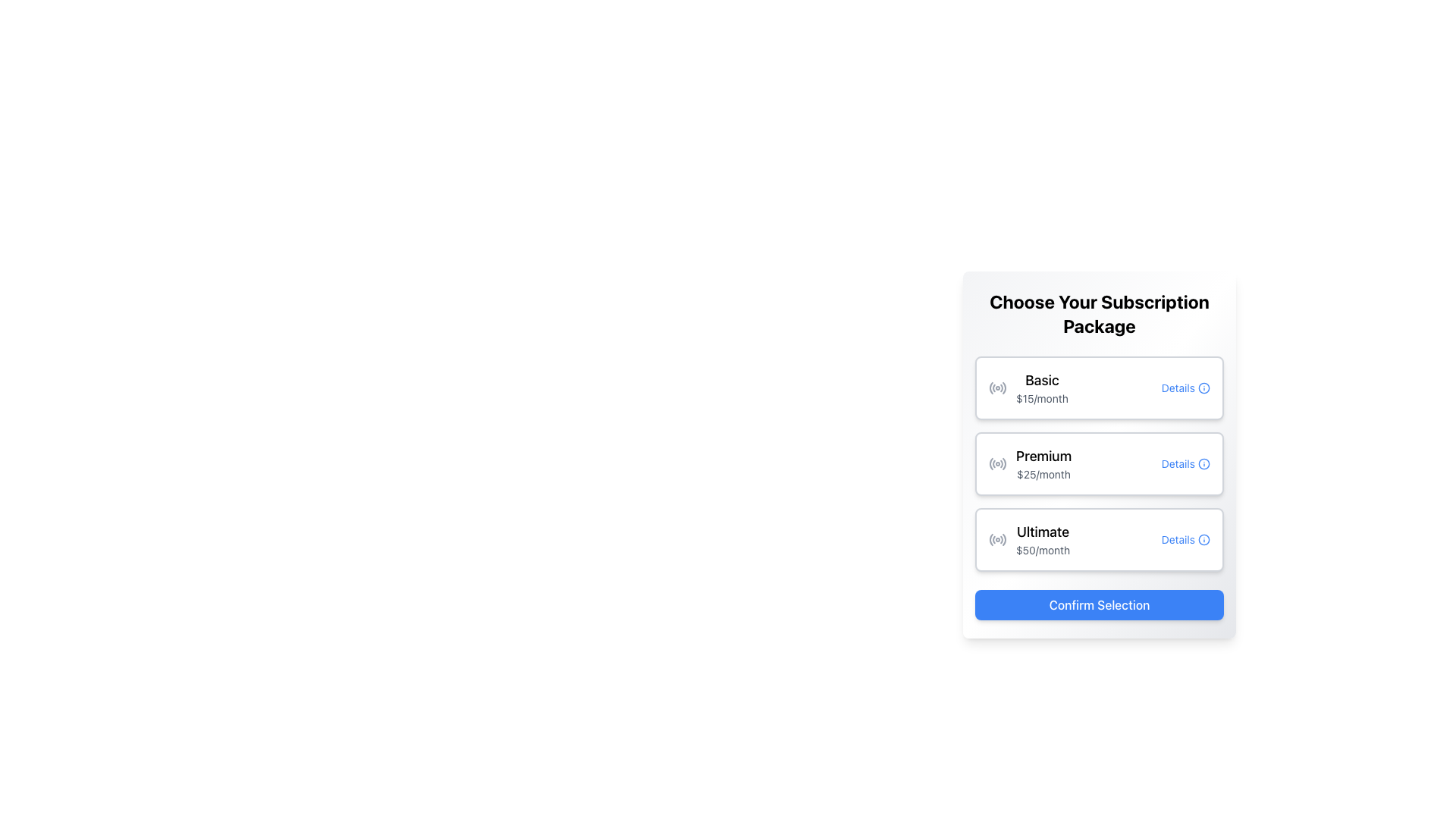 The height and width of the screenshot is (819, 1456). Describe the element at coordinates (1028, 388) in the screenshot. I see `displayed text of the 'Basic' subscription package in the Text Display with Icon located at the top of the list of subscription packages` at that location.